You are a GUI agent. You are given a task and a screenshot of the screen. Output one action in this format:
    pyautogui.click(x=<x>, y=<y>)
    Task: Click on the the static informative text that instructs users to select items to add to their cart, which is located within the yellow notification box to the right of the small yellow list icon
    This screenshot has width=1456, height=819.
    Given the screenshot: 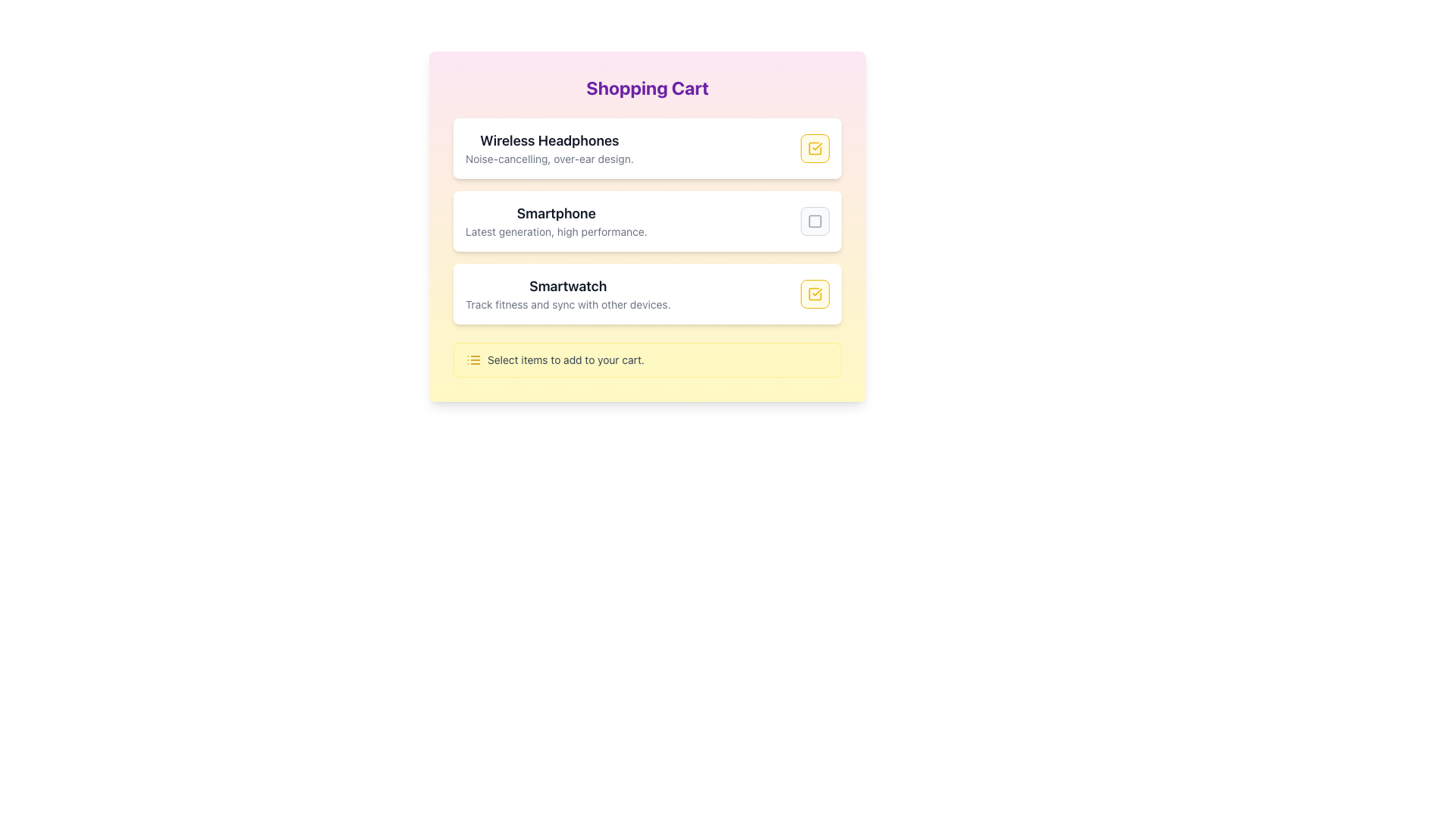 What is the action you would take?
    pyautogui.click(x=565, y=359)
    